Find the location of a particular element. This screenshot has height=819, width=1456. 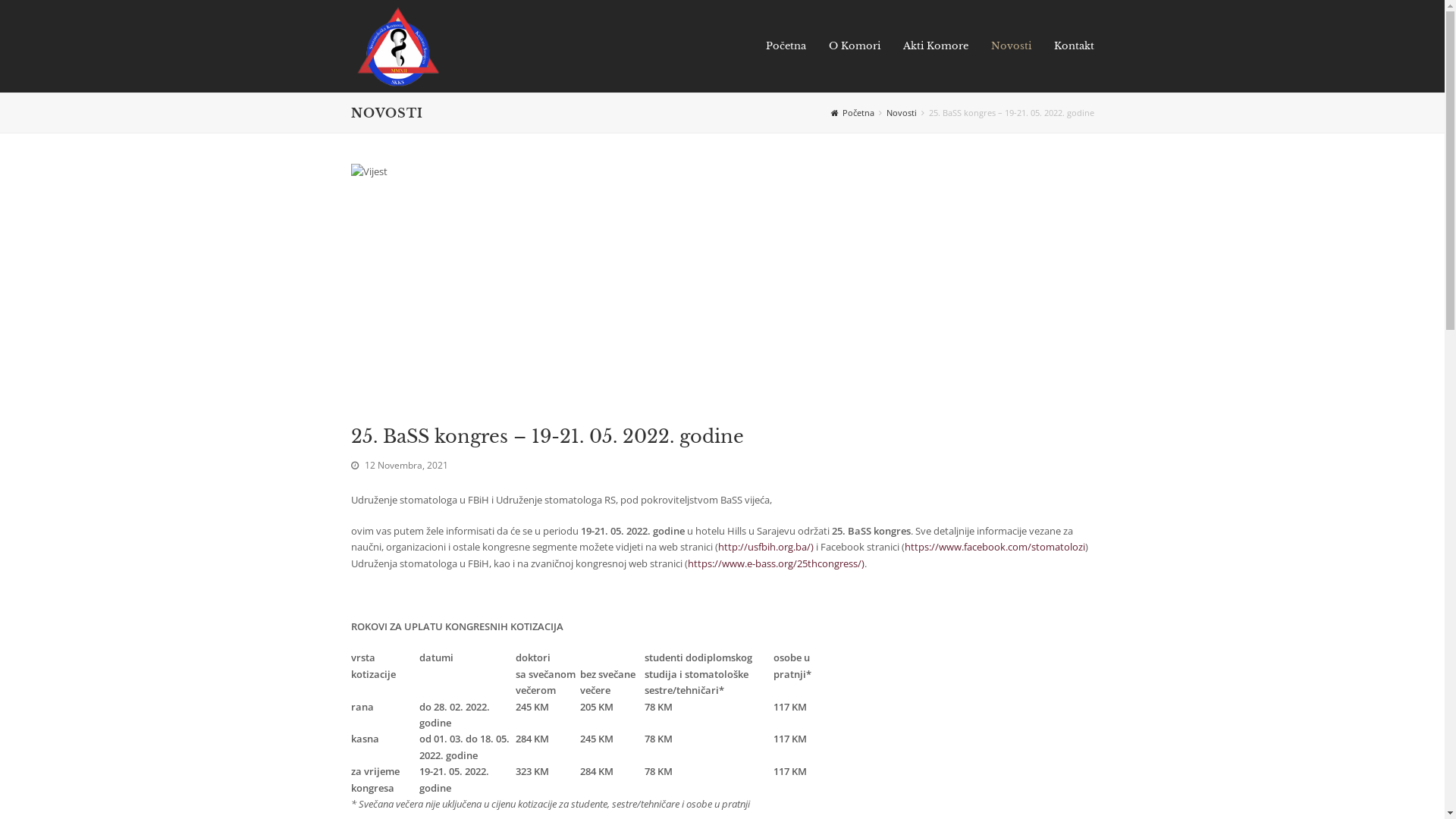

'DACS' is located at coordinates (397, 43).